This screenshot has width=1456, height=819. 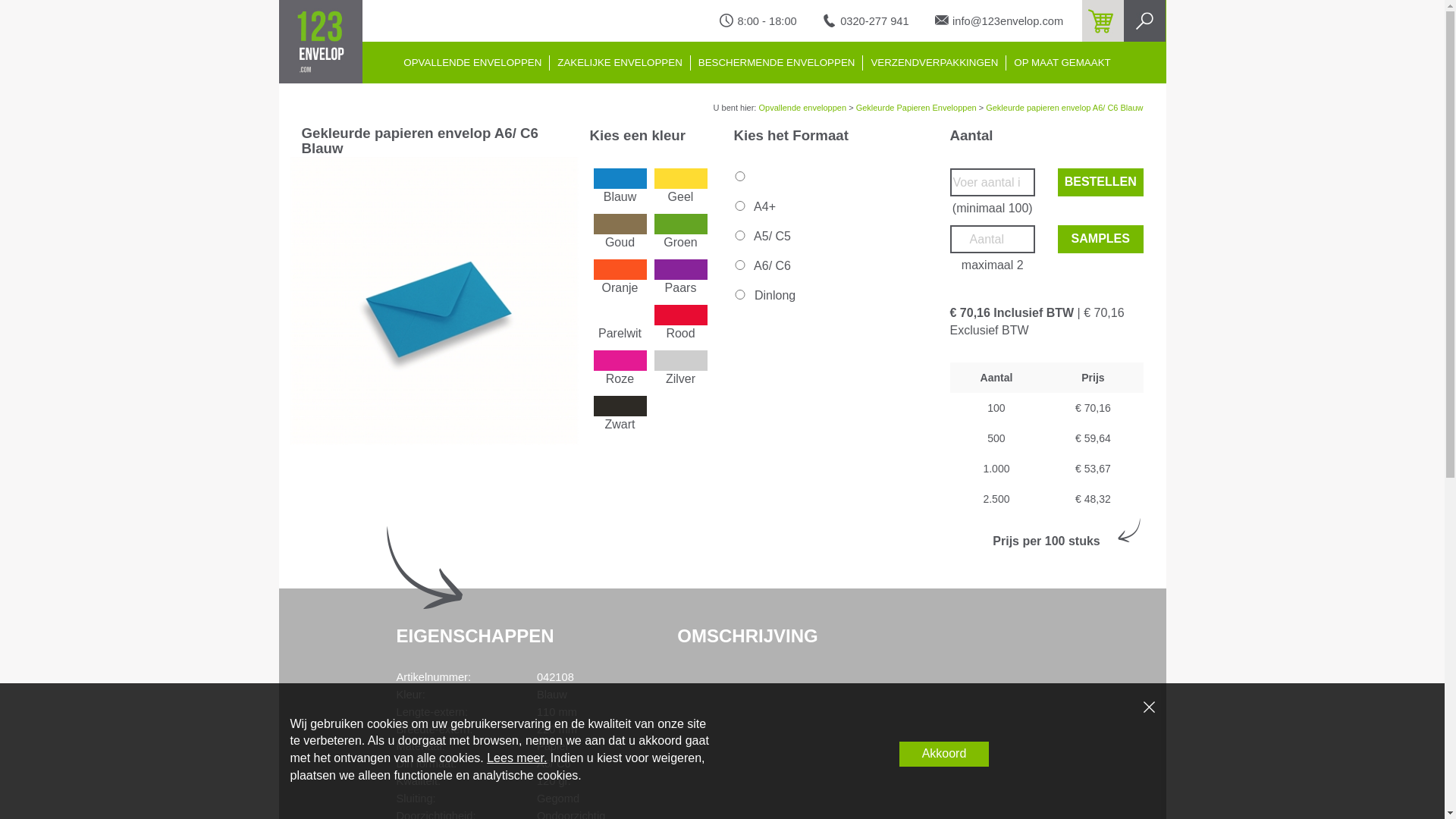 What do you see at coordinates (776, 62) in the screenshot?
I see `'BESCHERMENDE ENVELOPPEN'` at bounding box center [776, 62].